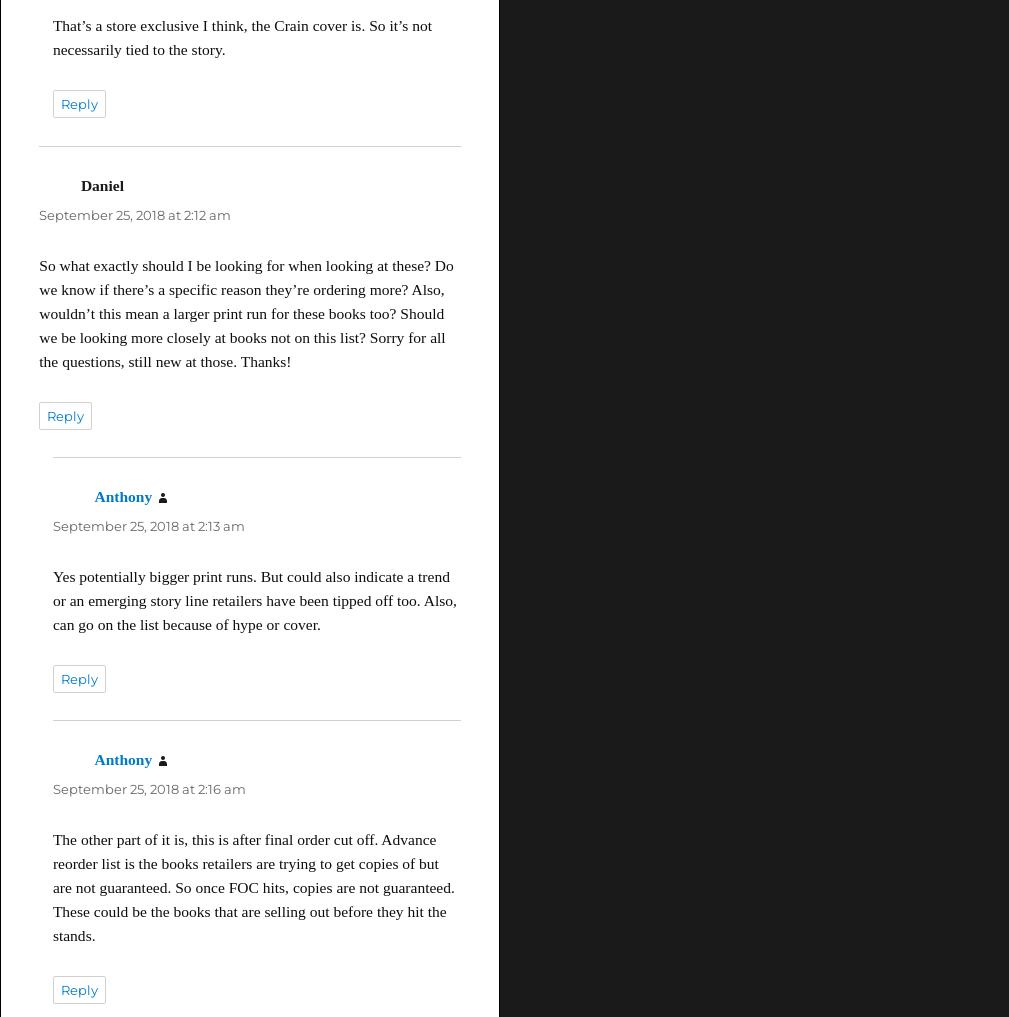  Describe the element at coordinates (100, 184) in the screenshot. I see `'Daniel'` at that location.